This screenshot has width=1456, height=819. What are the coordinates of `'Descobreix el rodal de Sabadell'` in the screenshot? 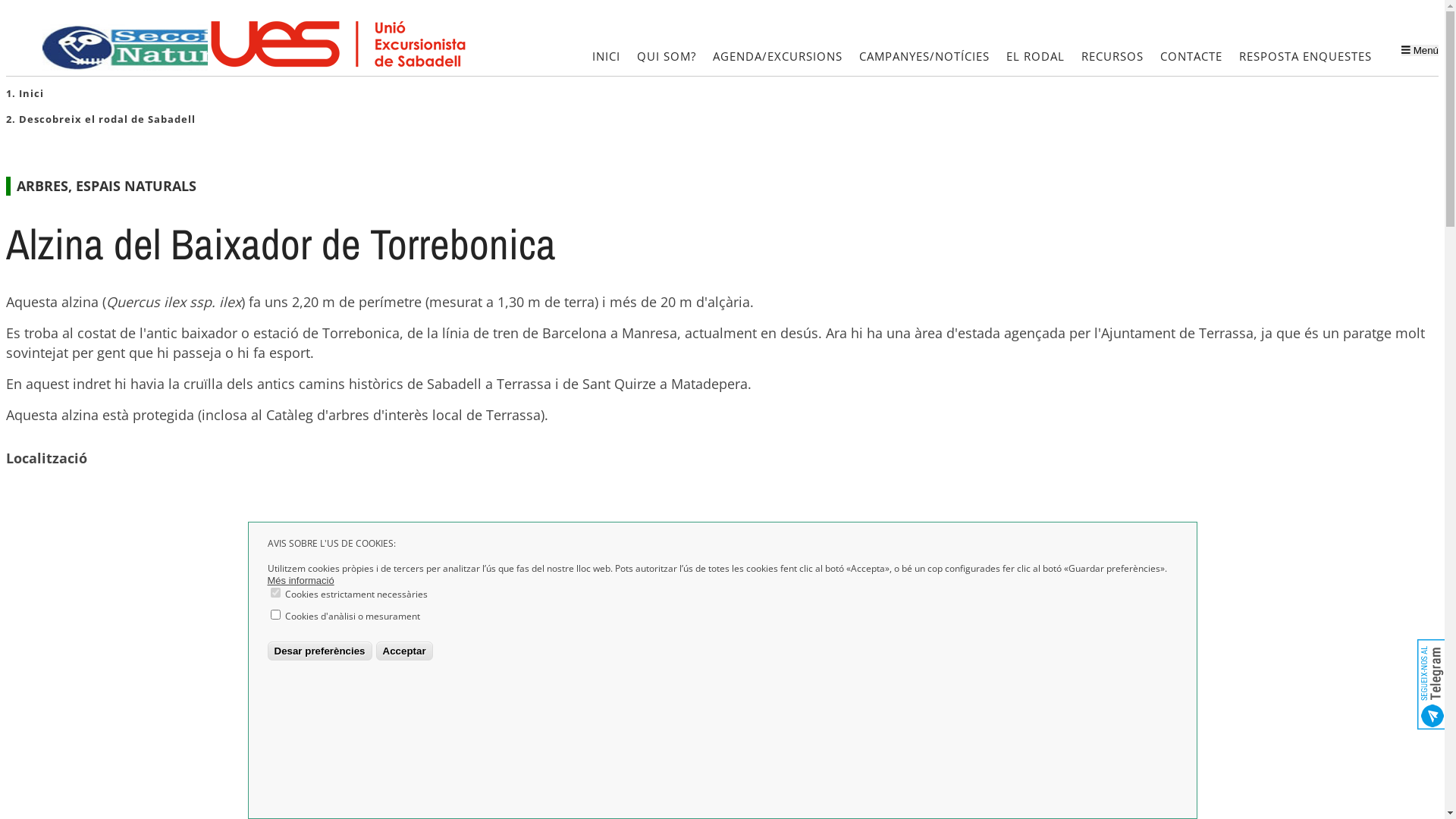 It's located at (106, 118).